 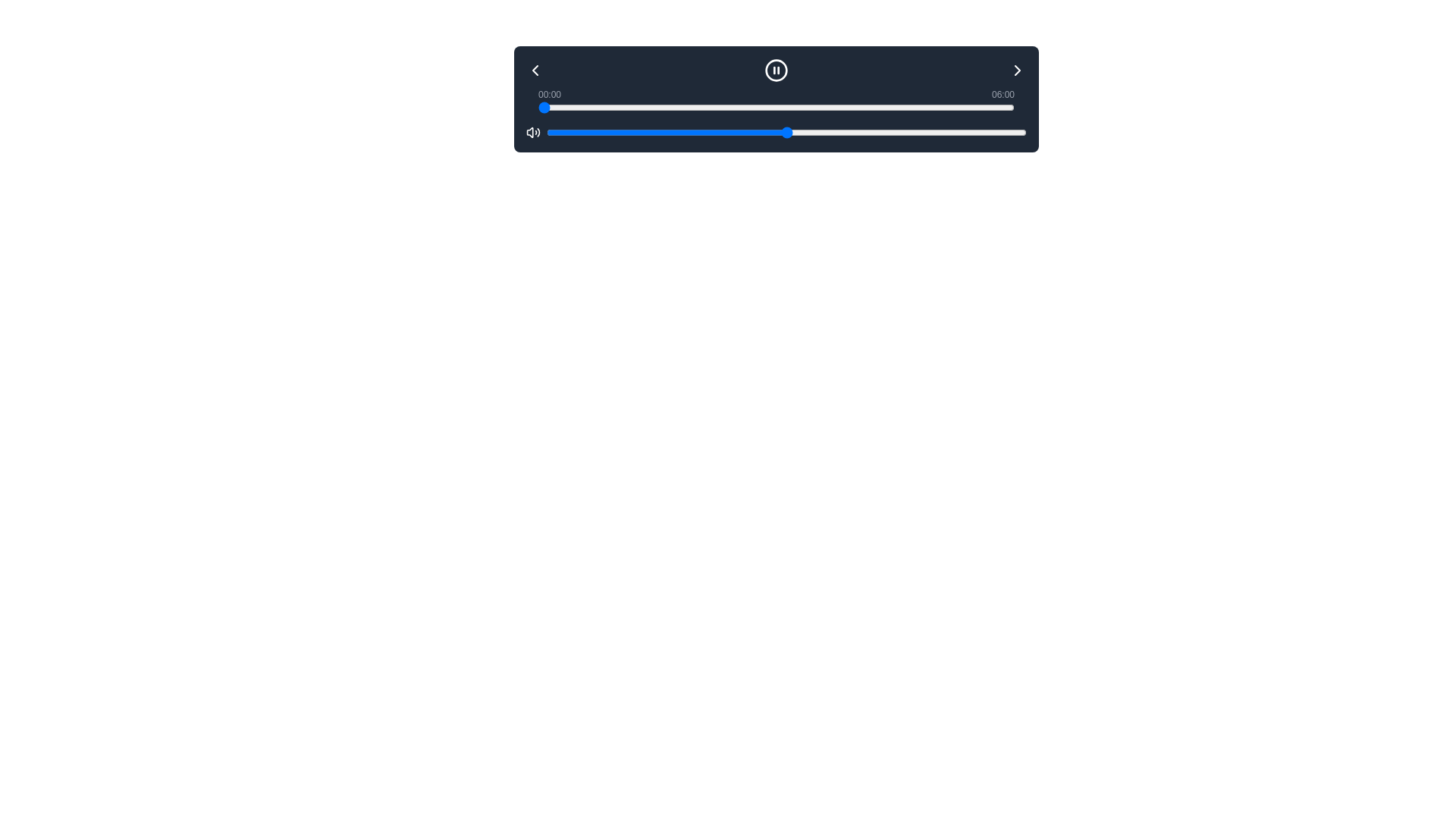 What do you see at coordinates (926, 107) in the screenshot?
I see `the slider` at bounding box center [926, 107].